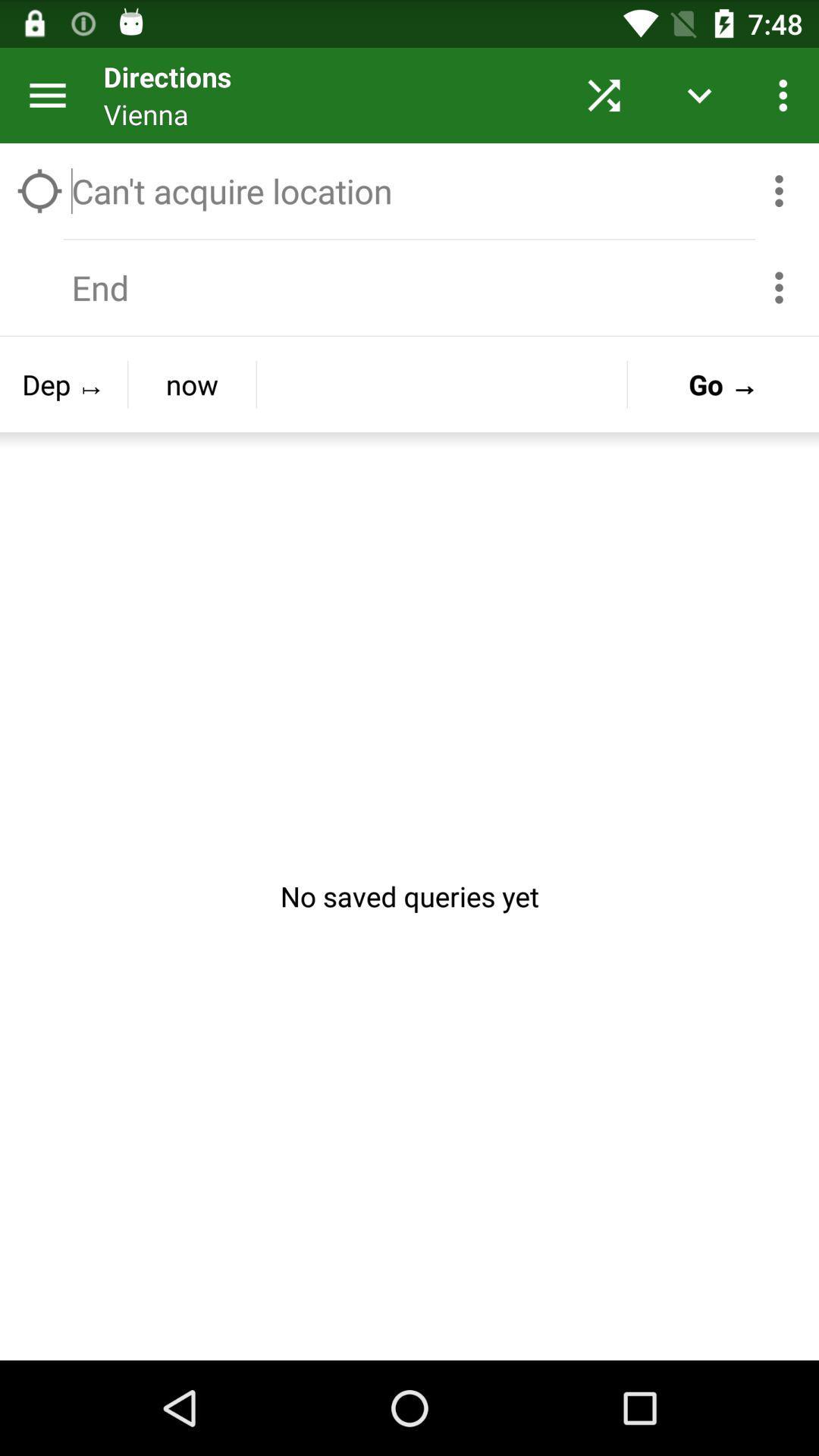  What do you see at coordinates (604, 94) in the screenshot?
I see `the button next to vienna` at bounding box center [604, 94].